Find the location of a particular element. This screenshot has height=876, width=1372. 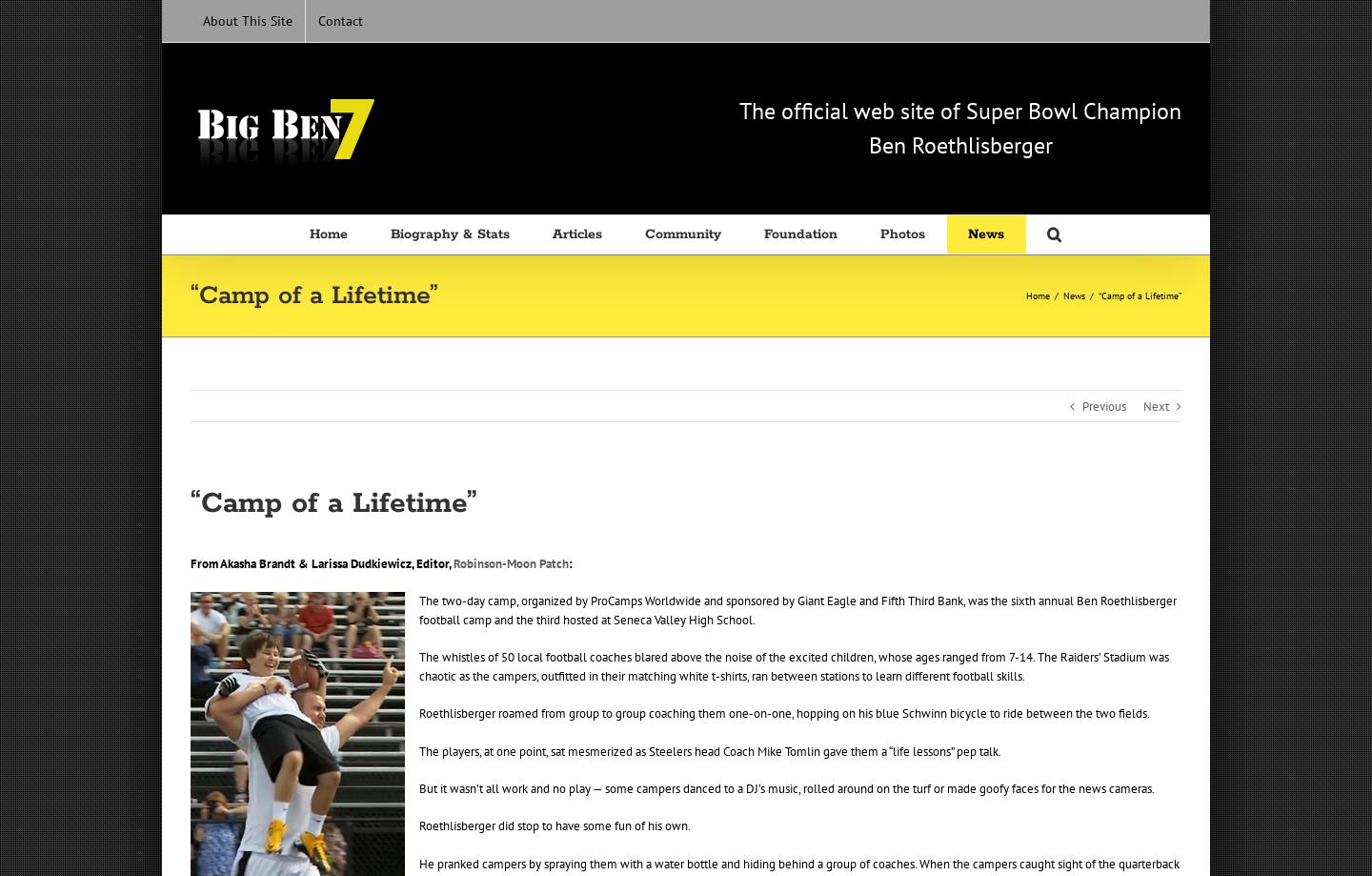

'The players, at one point, sat mesmerized as Steelers head Coach Mike Tomlin gave them a “life lessons” pep talk.' is located at coordinates (709, 750).